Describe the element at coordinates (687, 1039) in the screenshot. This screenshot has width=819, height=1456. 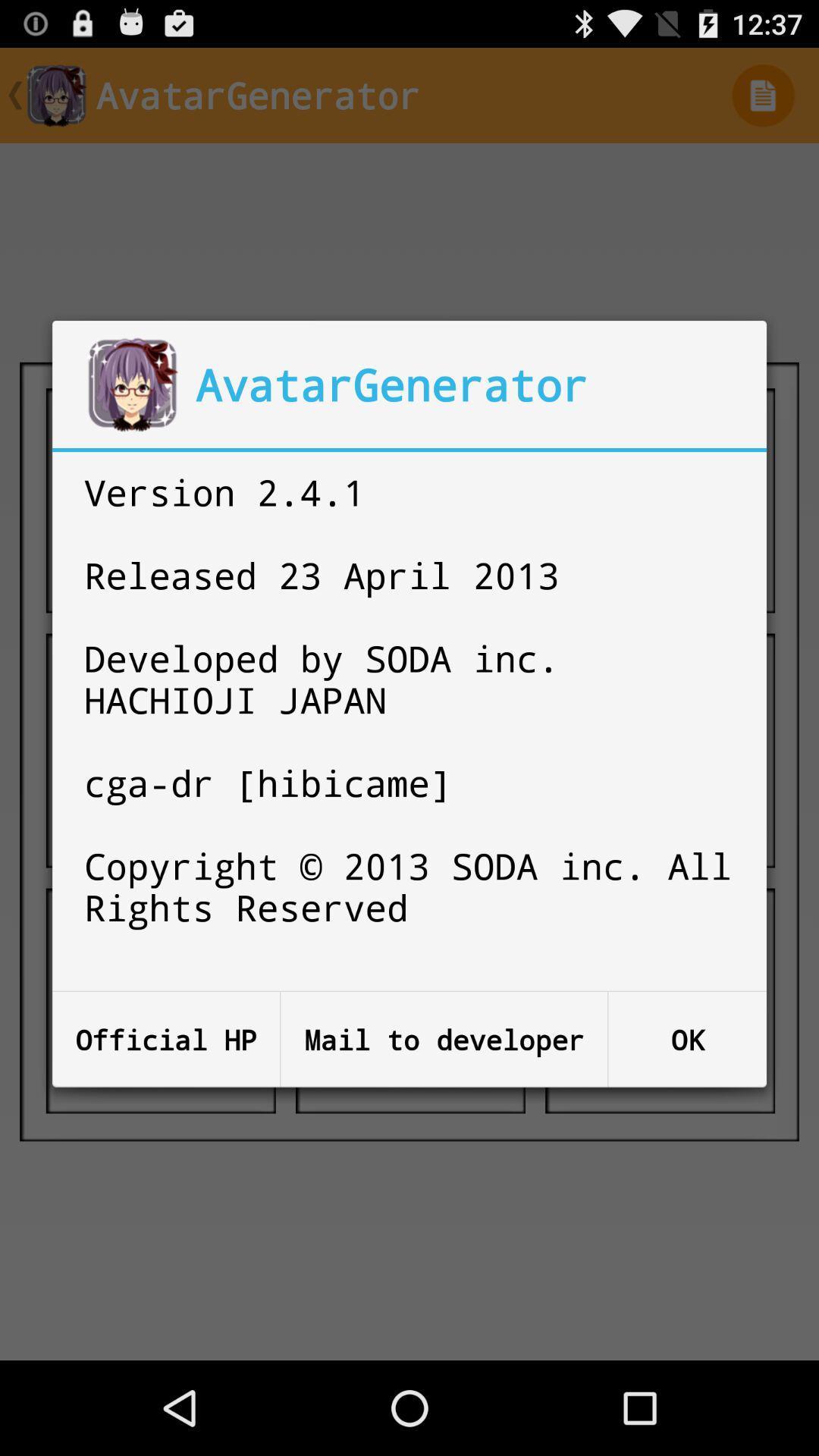
I see `the item at the bottom right corner` at that location.